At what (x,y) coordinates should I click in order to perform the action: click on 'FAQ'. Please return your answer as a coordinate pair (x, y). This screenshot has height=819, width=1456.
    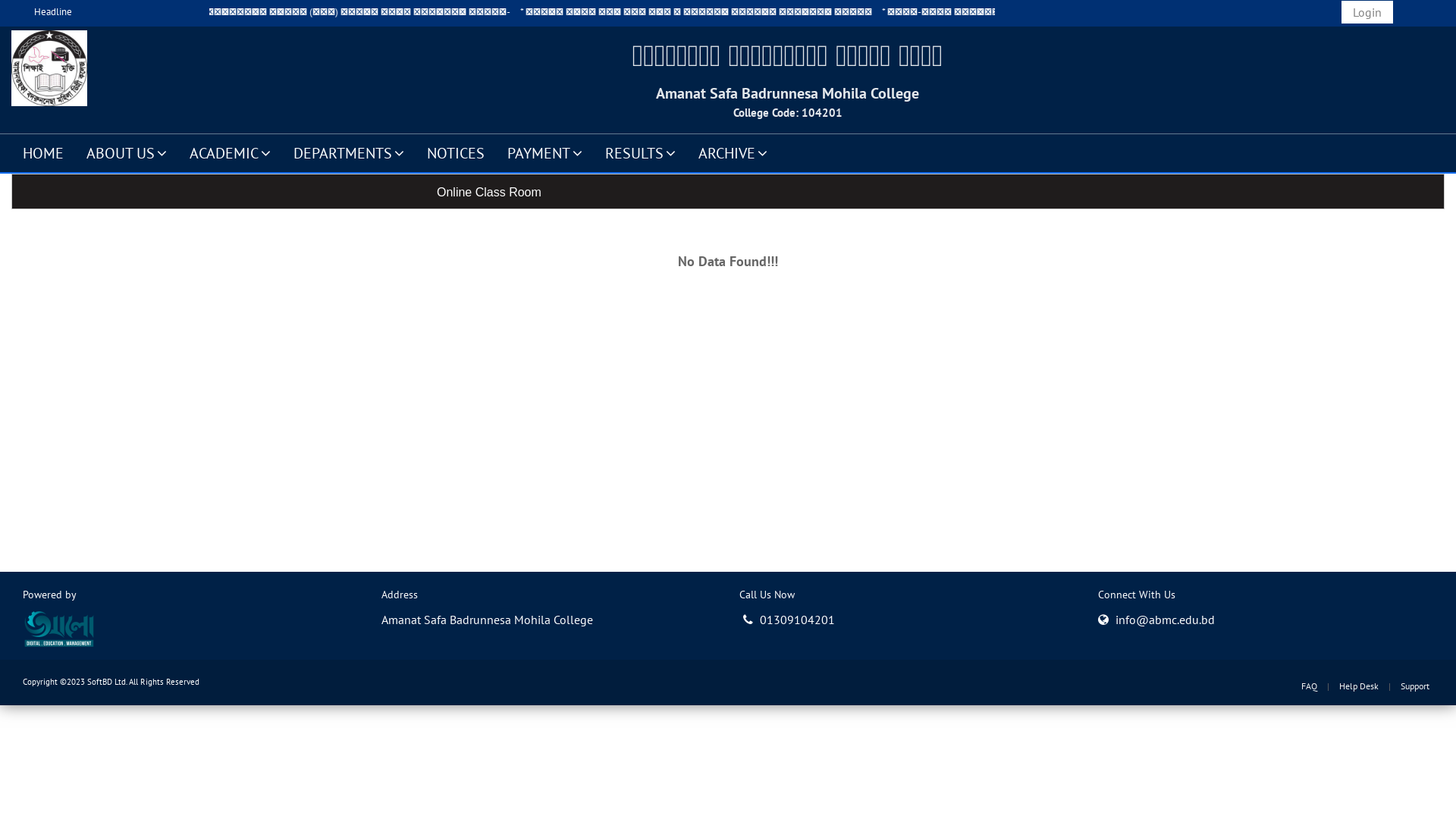
    Looking at the image, I should click on (1308, 685).